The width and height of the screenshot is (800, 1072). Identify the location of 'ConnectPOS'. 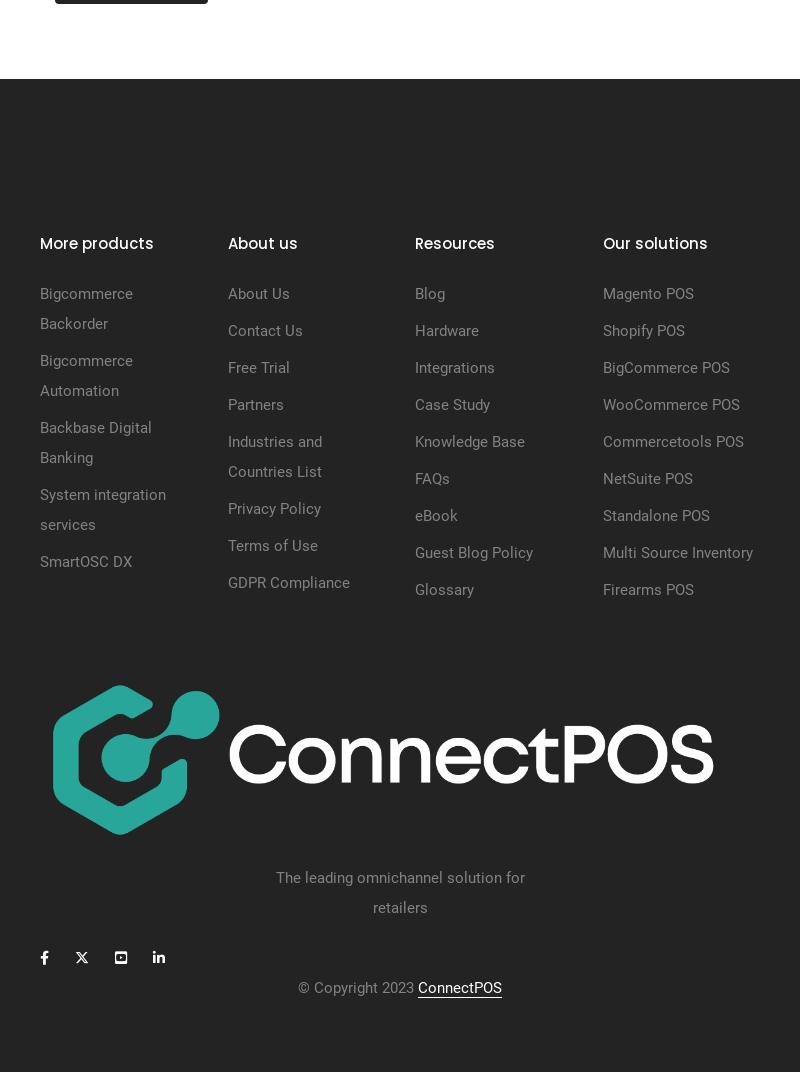
(418, 985).